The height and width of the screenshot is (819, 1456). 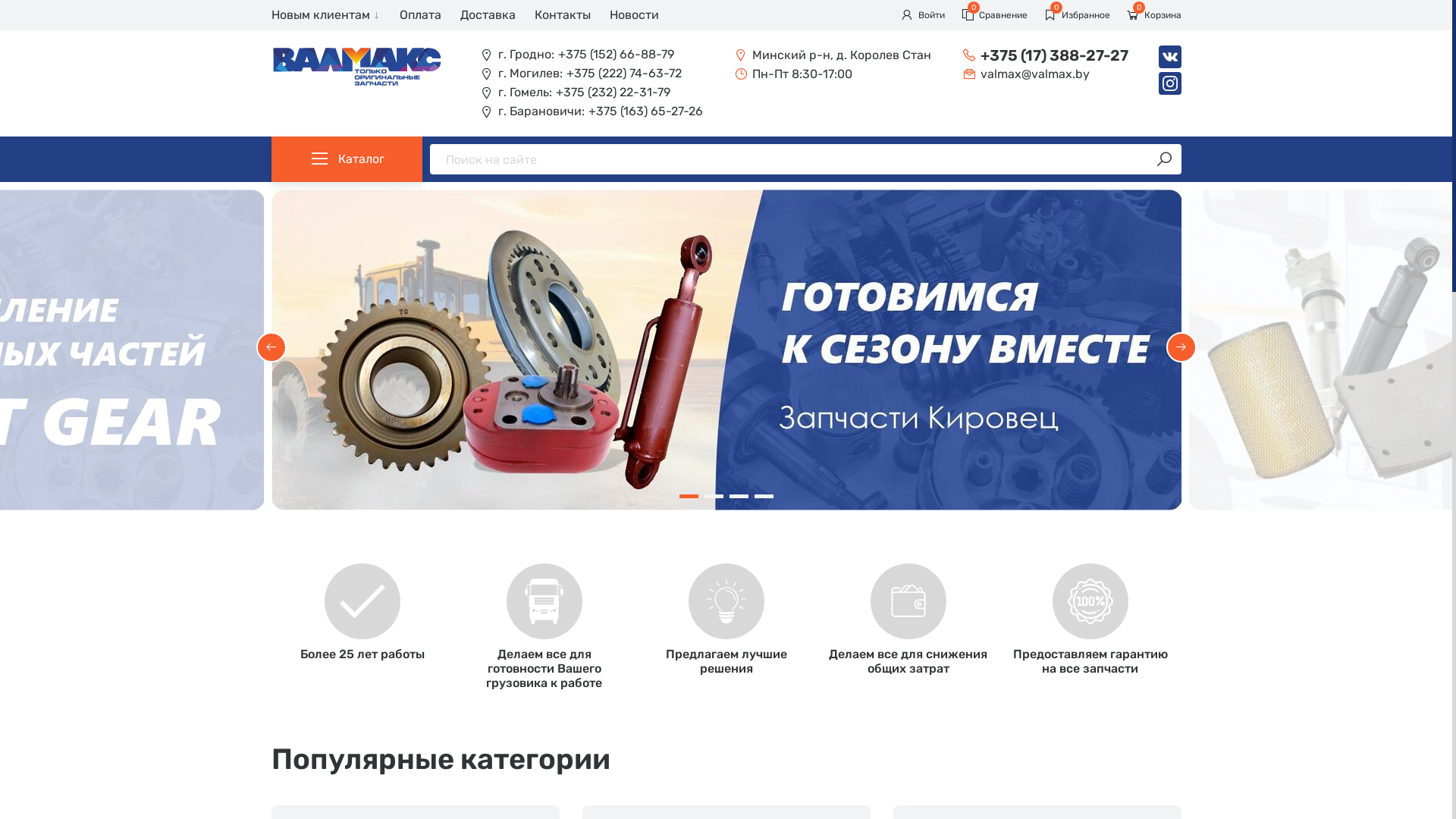 What do you see at coordinates (1043, 74) in the screenshot?
I see `'valmax@valmax.by'` at bounding box center [1043, 74].